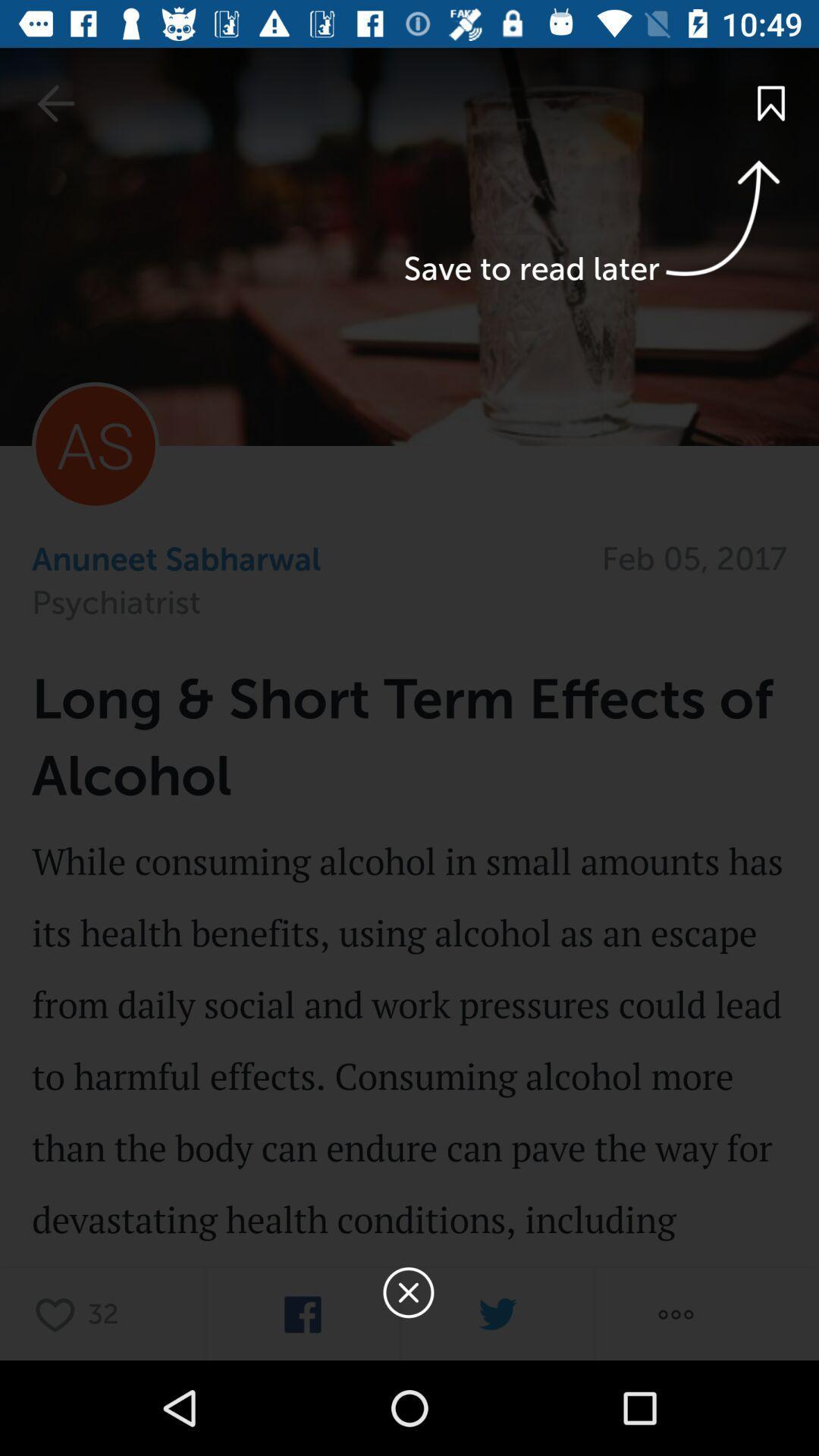 The width and height of the screenshot is (819, 1456). I want to click on open share menu, so click(675, 1313).